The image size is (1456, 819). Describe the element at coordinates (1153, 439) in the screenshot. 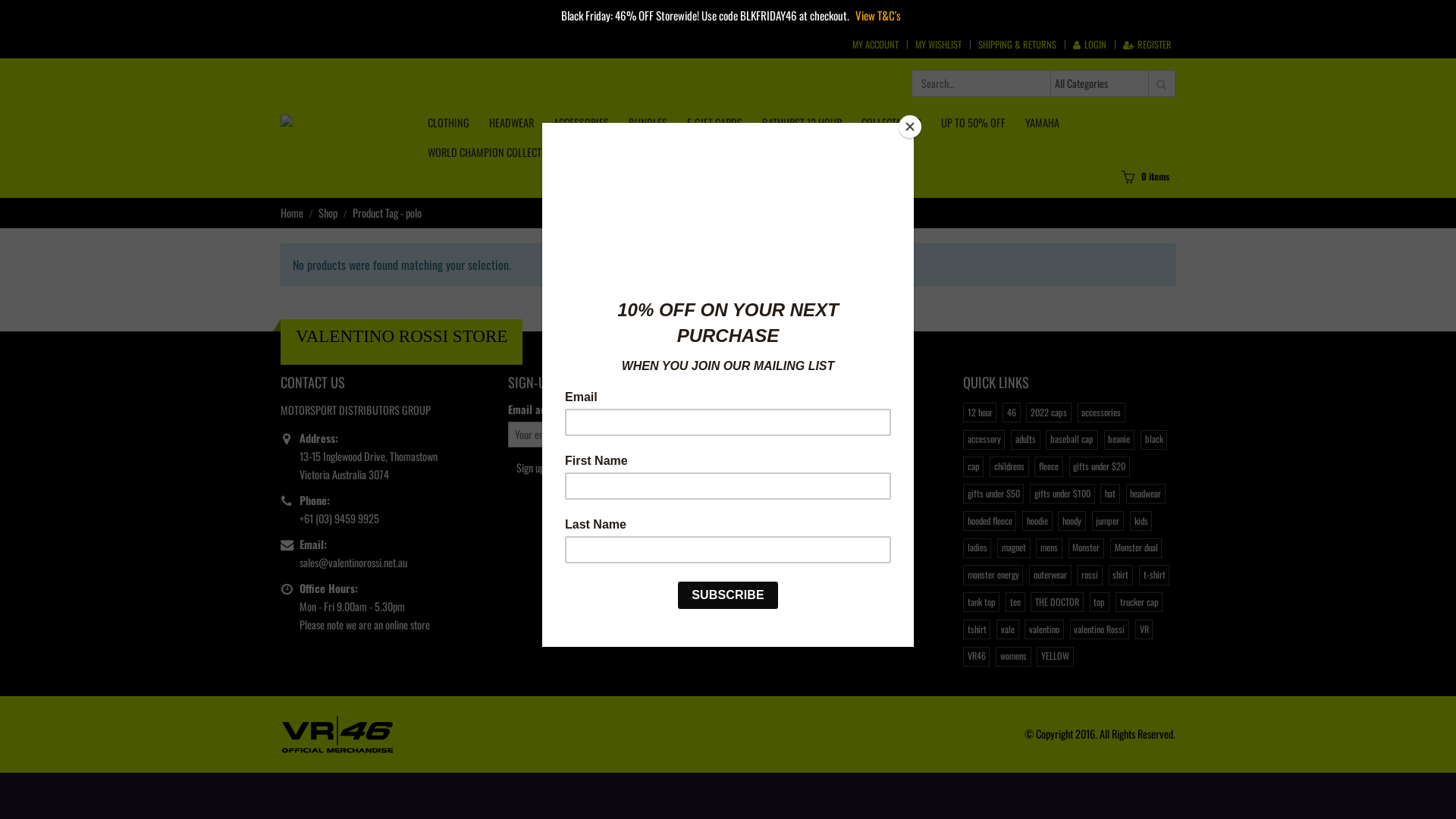

I see `'black'` at that location.